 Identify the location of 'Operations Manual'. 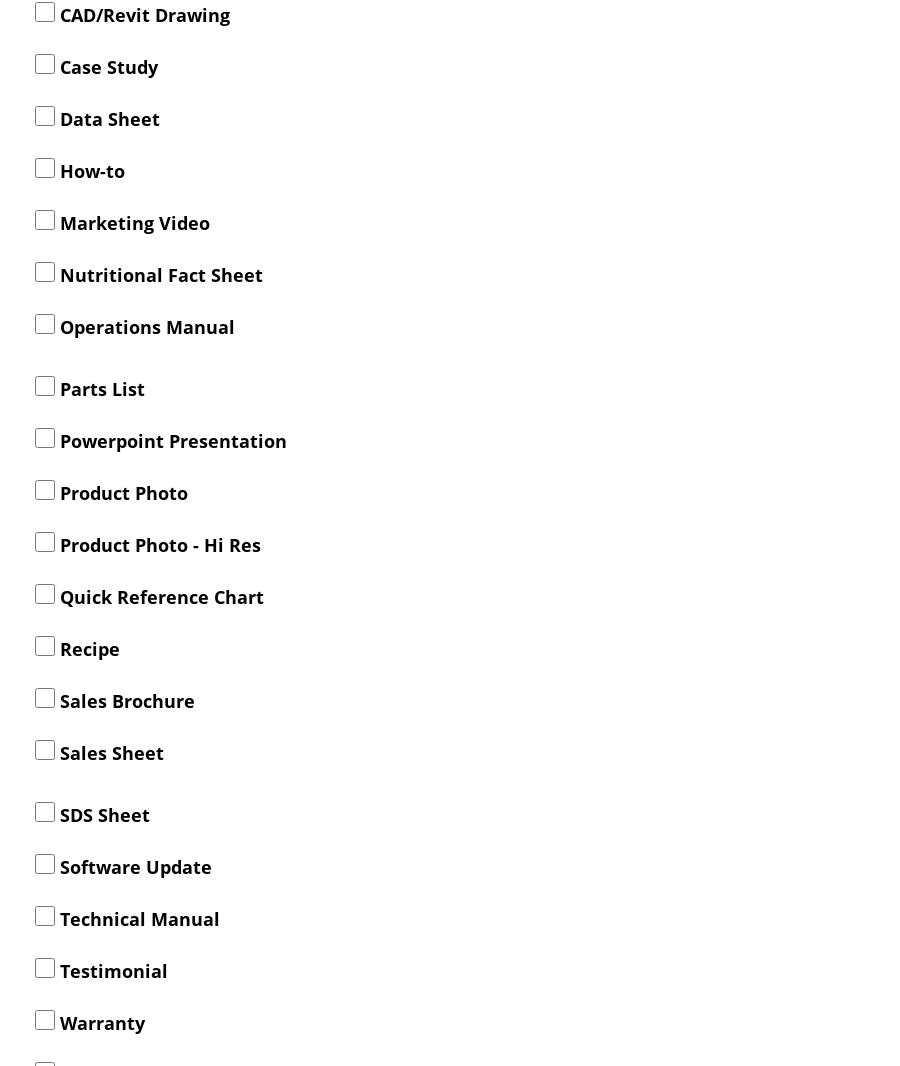
(144, 325).